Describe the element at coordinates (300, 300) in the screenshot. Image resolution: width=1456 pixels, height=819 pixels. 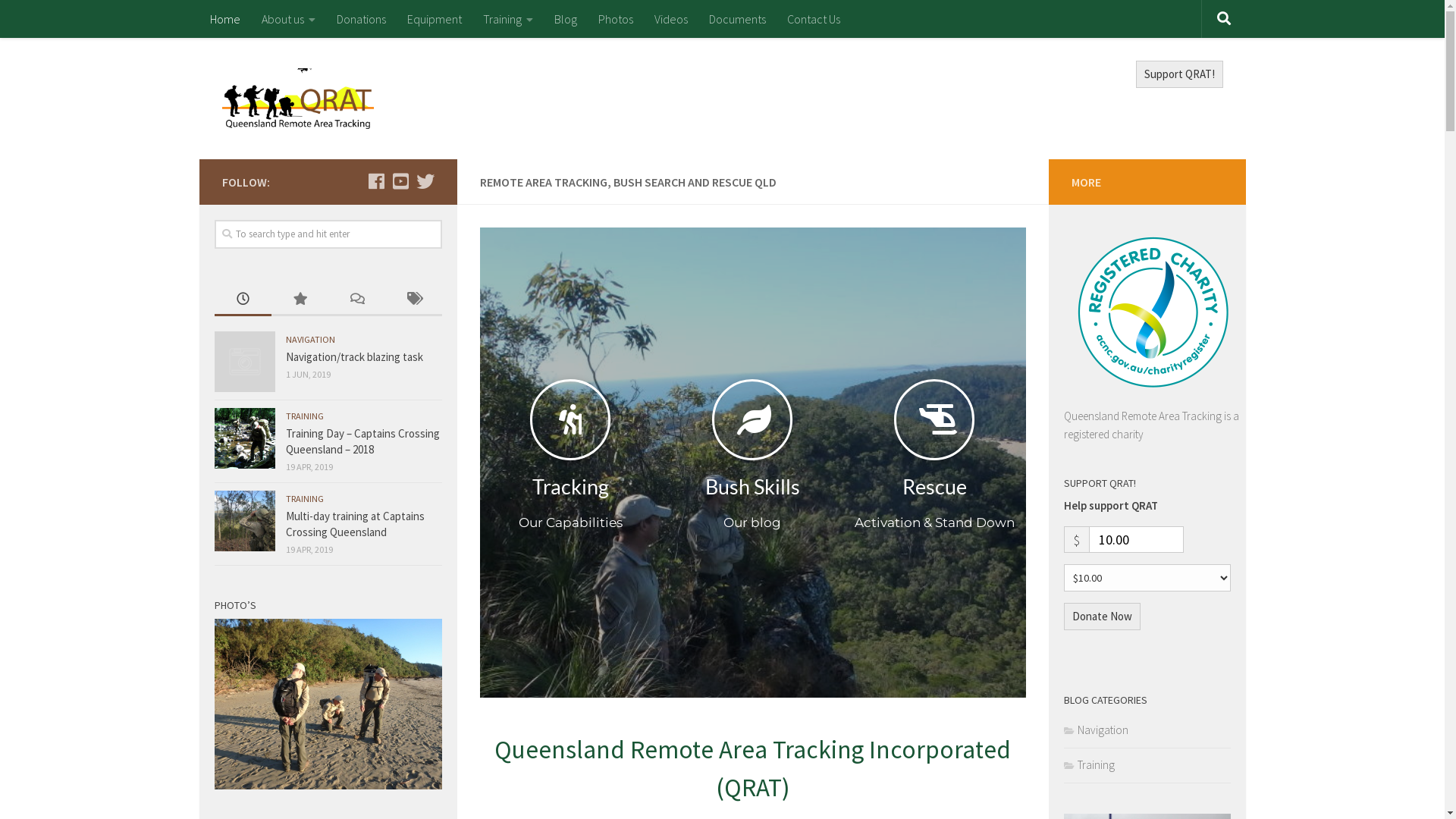
I see `'Popular Posts'` at that location.